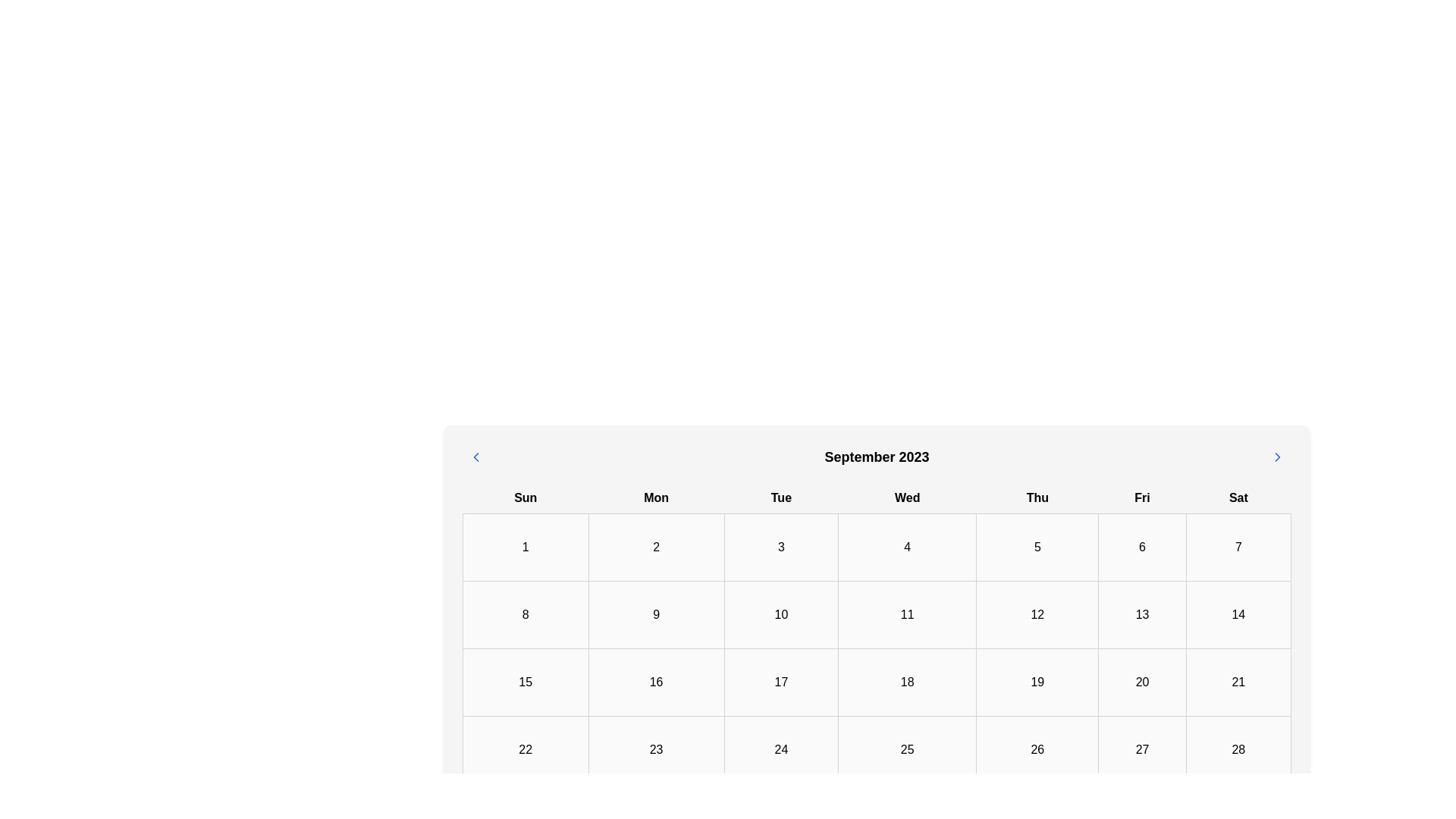 The image size is (1456, 819). I want to click on the Date row in the calendar grid layout, so click(877, 614).